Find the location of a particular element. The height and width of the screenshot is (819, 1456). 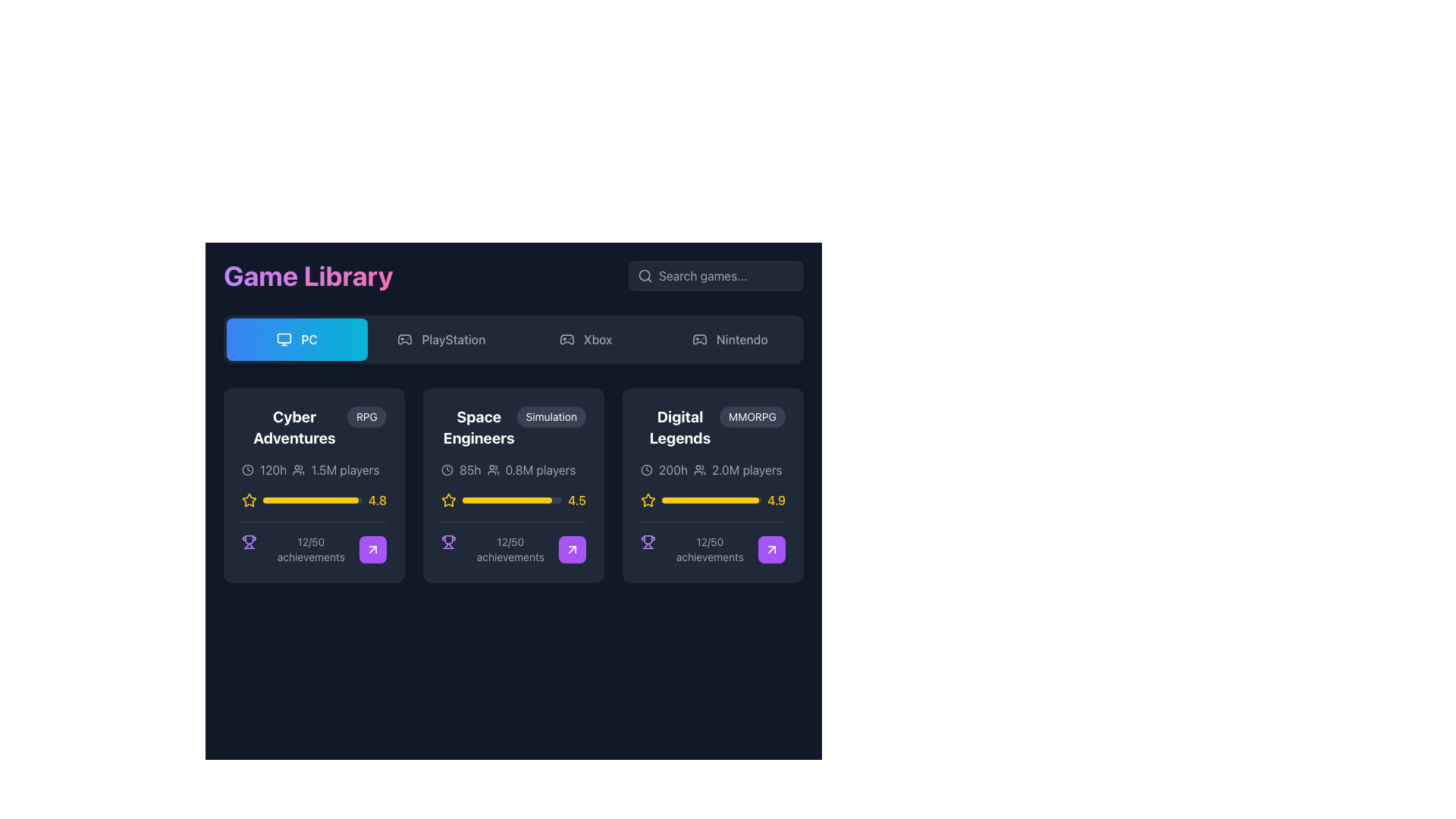

the text label displaying 'Cyber Adventures' to trigger additional effects such as animations or tooltips is located at coordinates (313, 427).